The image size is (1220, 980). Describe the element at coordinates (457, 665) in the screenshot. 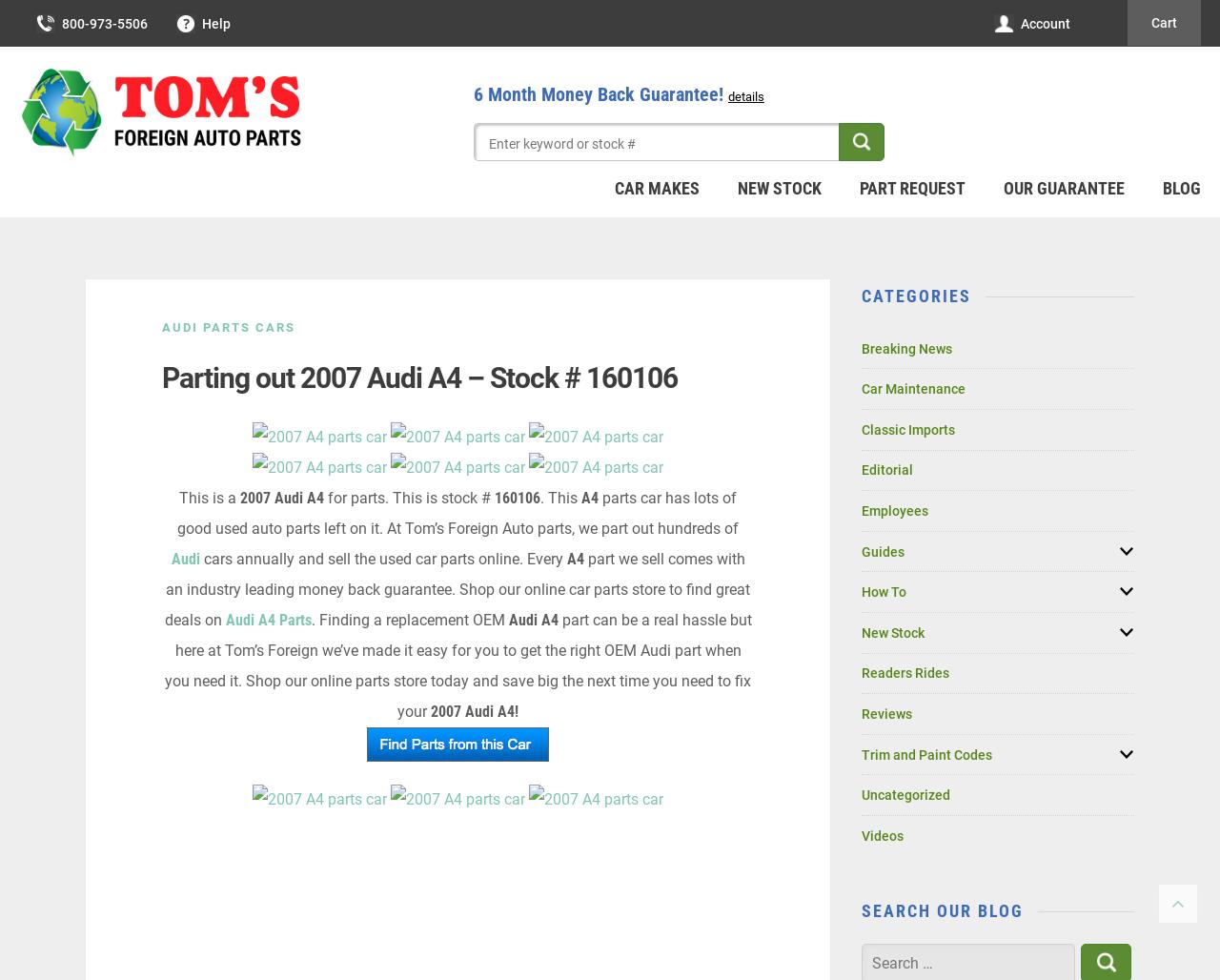

I see `'part can be a real hassle but here at Tom’s Foreign we’ve made it easy for you to get the right OEM Audi part when you need it. Shop our online parts store today and save big the next time you need to fix your'` at that location.